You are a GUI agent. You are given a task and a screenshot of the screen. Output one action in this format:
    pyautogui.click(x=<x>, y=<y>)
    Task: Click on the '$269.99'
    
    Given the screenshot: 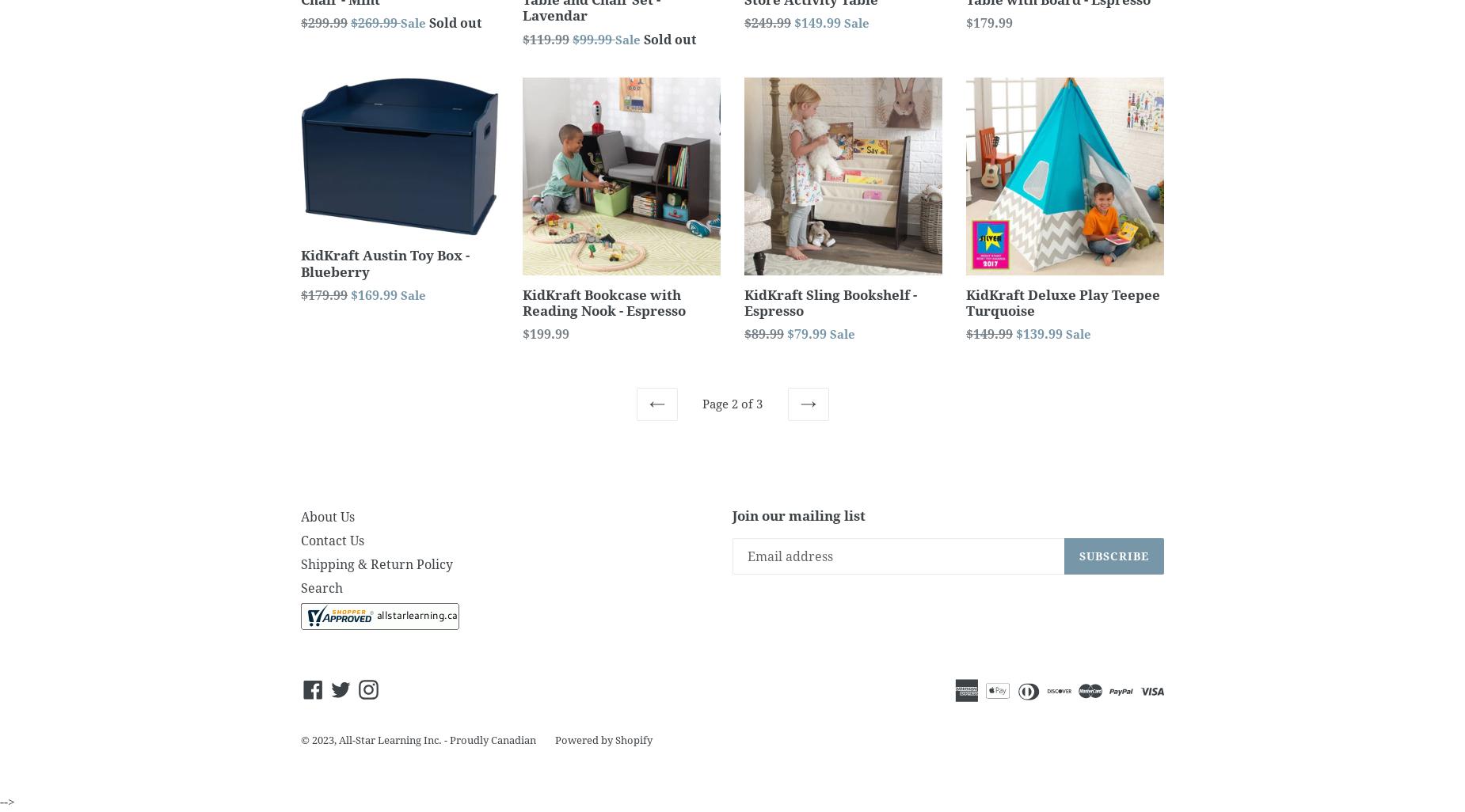 What is the action you would take?
    pyautogui.click(x=375, y=23)
    